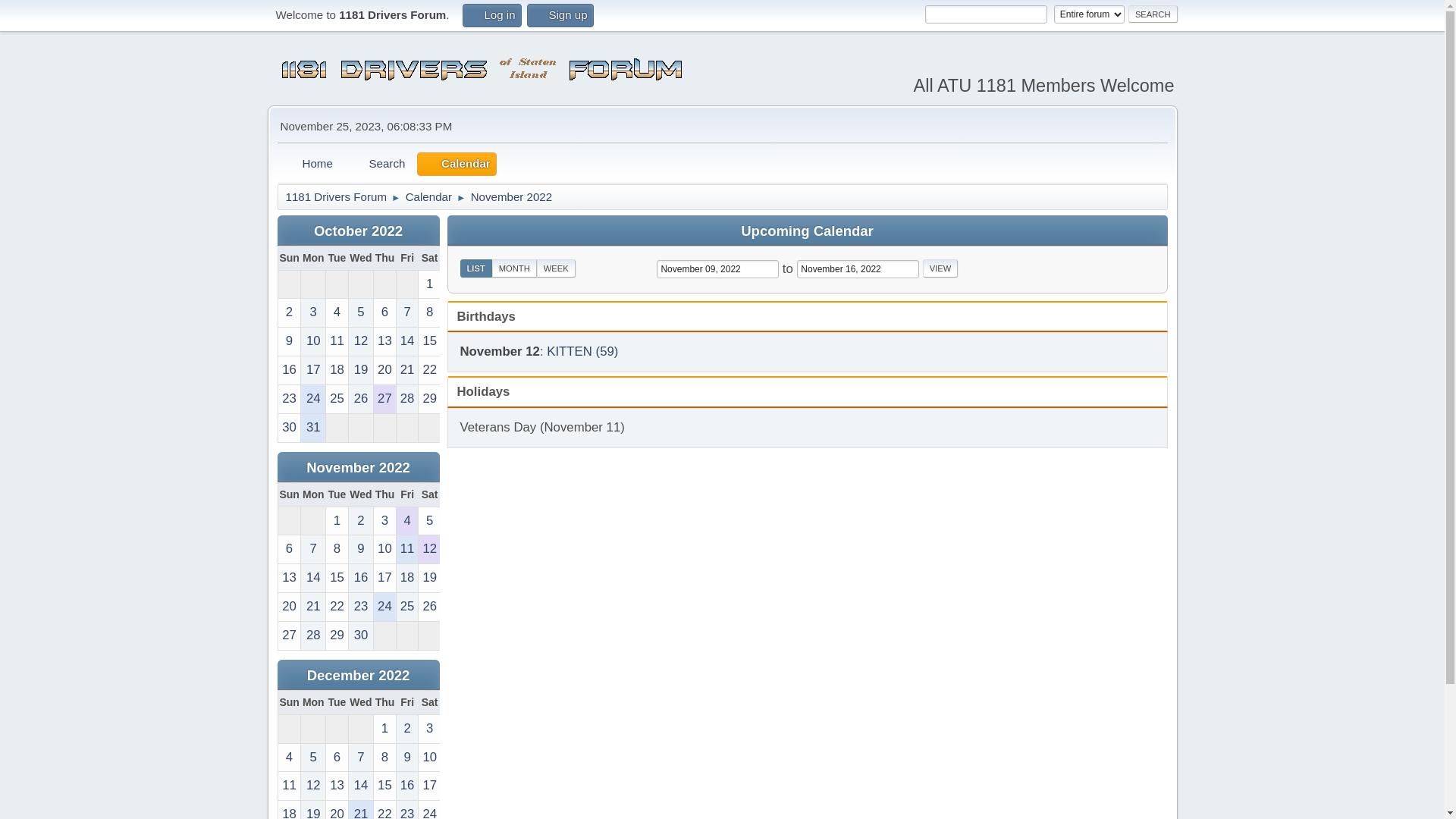  Describe the element at coordinates (428, 520) in the screenshot. I see `'5'` at that location.